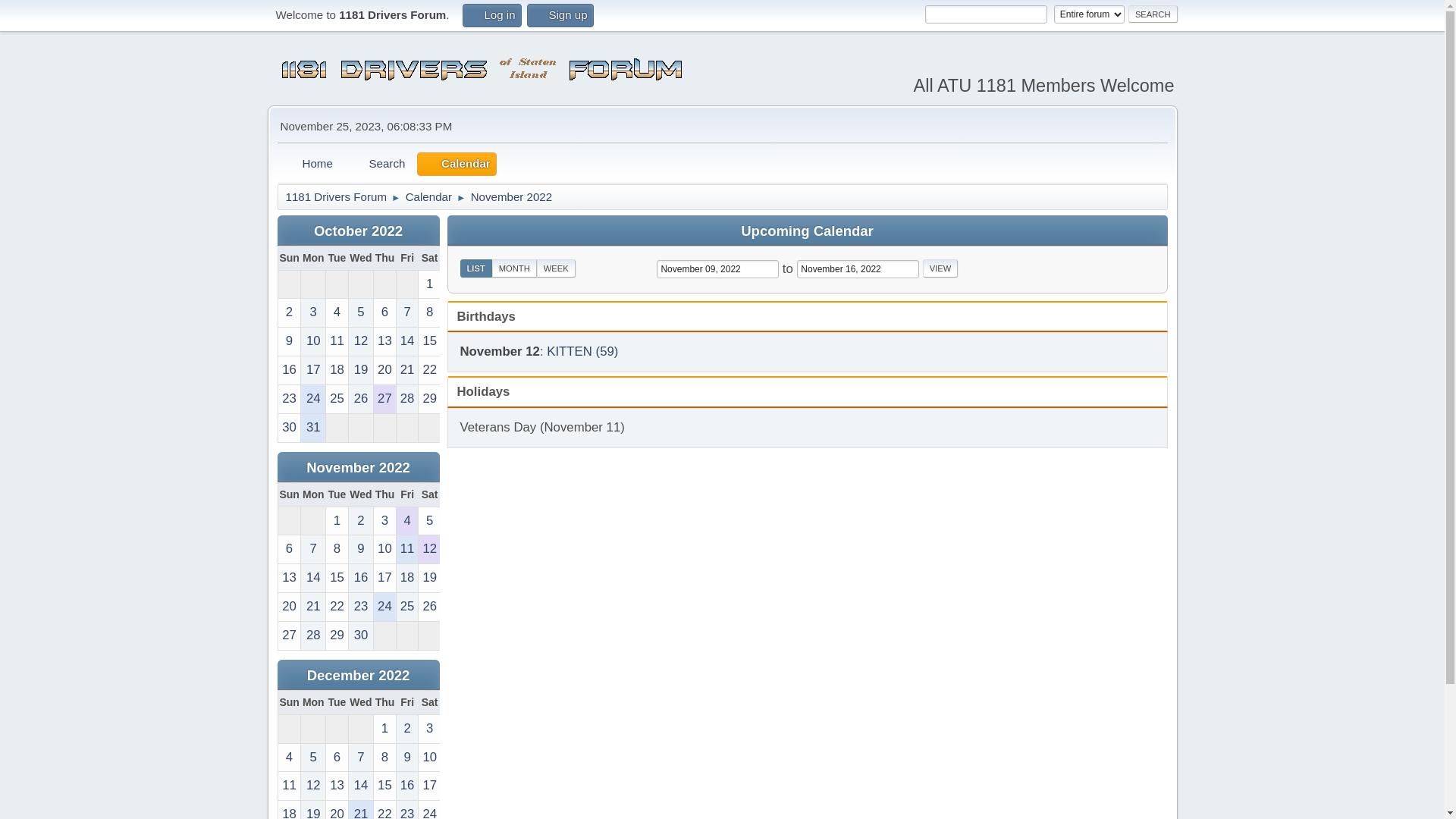  Describe the element at coordinates (428, 520) in the screenshot. I see `'5'` at that location.